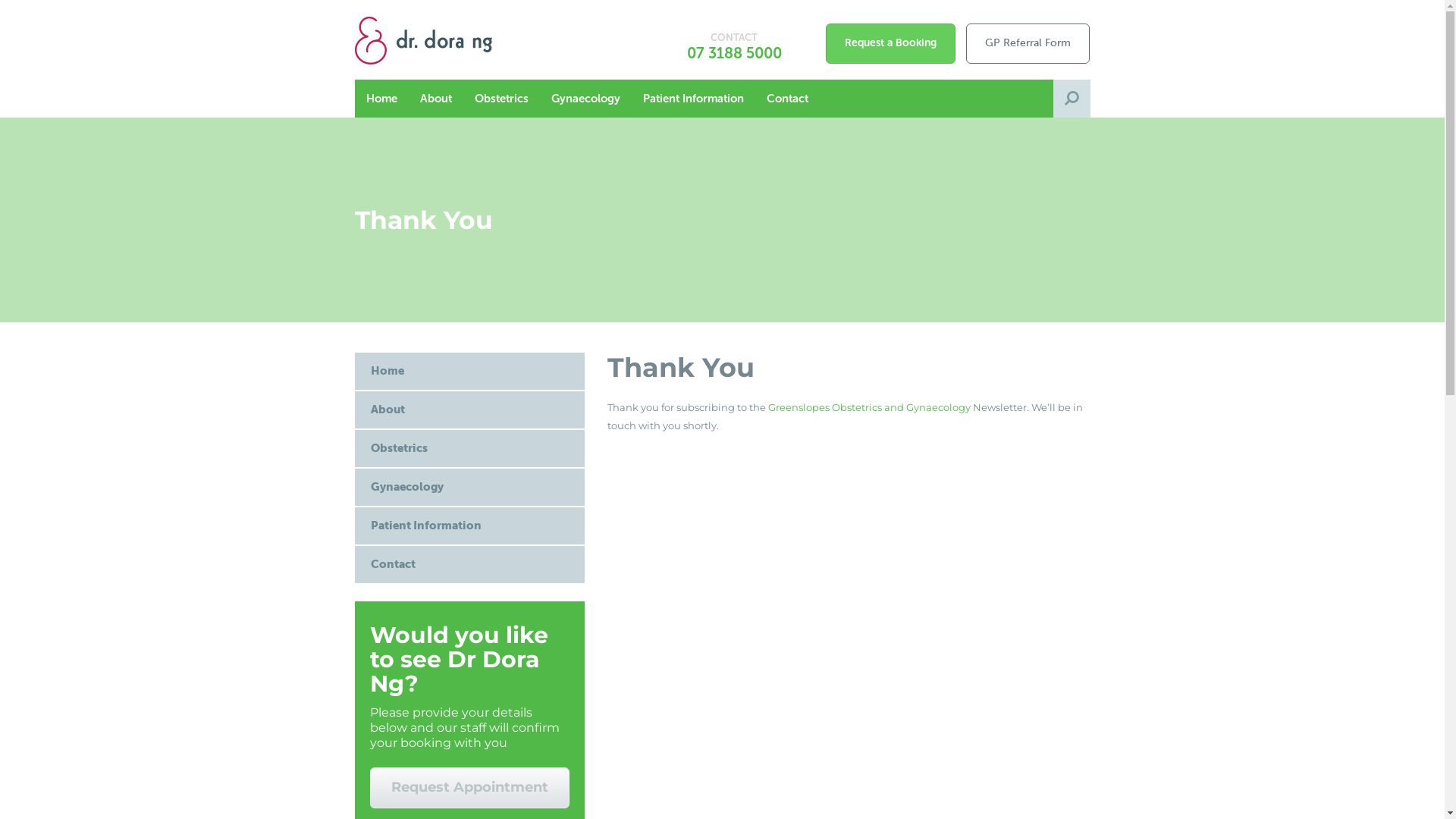  Describe the element at coordinates (734, 52) in the screenshot. I see `'07 3188 5000'` at that location.